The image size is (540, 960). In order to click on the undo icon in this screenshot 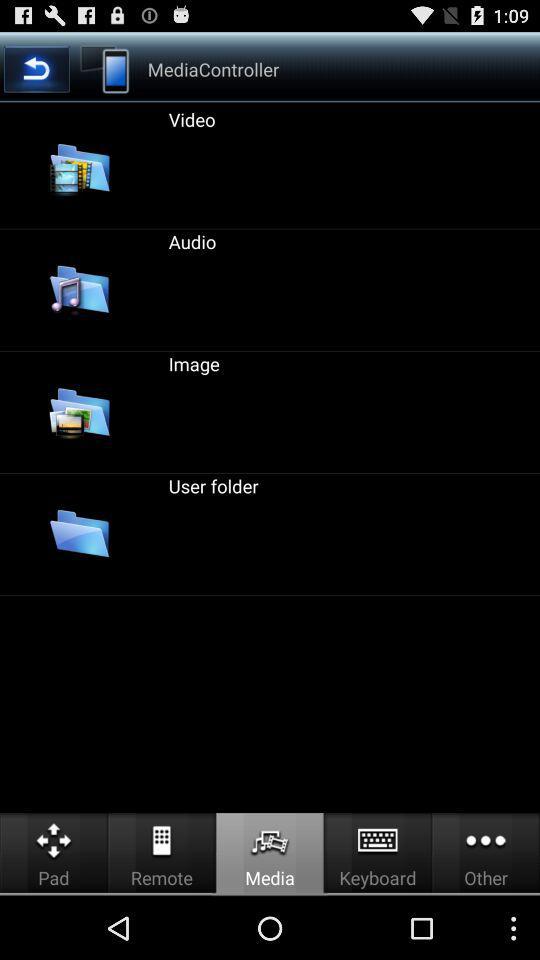, I will do `click(36, 74)`.